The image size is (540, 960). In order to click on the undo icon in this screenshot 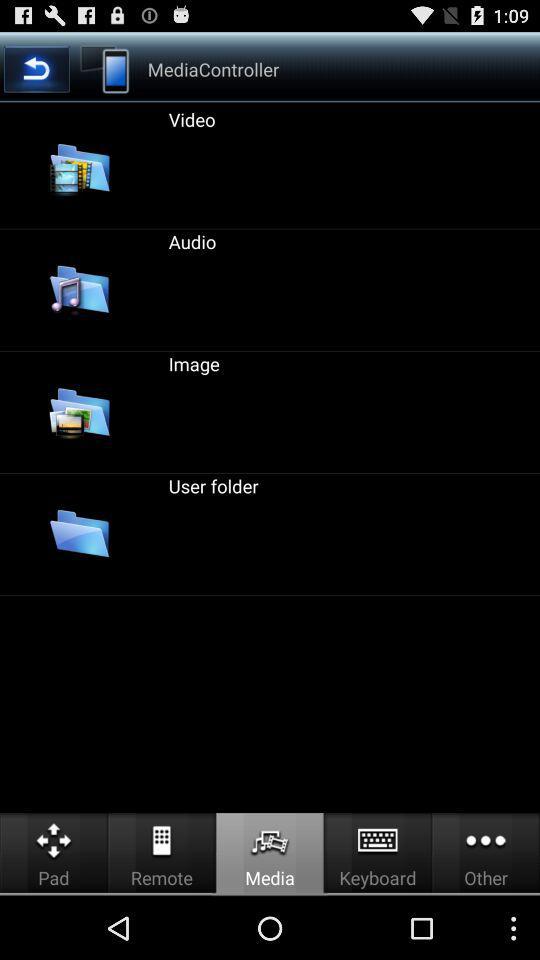, I will do `click(36, 74)`.